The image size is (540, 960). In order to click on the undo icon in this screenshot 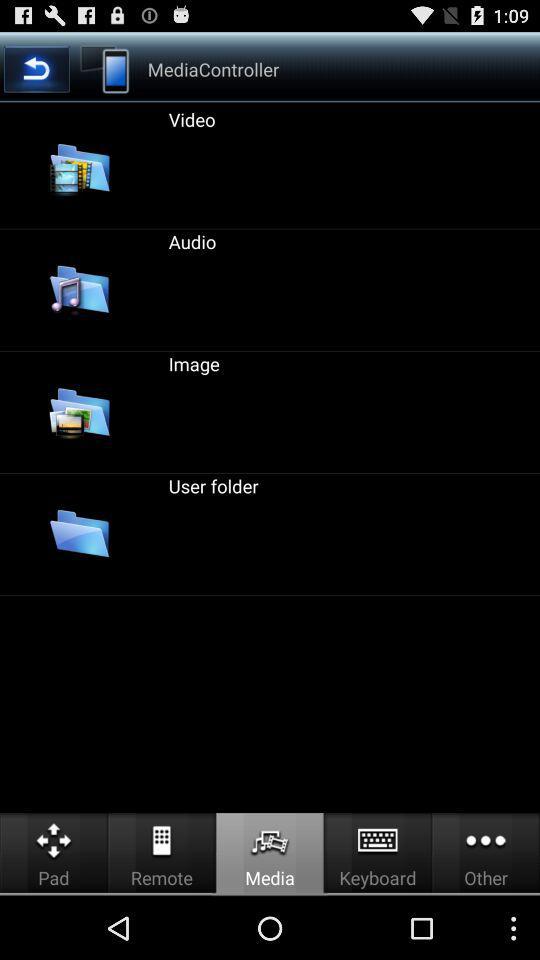, I will do `click(36, 74)`.